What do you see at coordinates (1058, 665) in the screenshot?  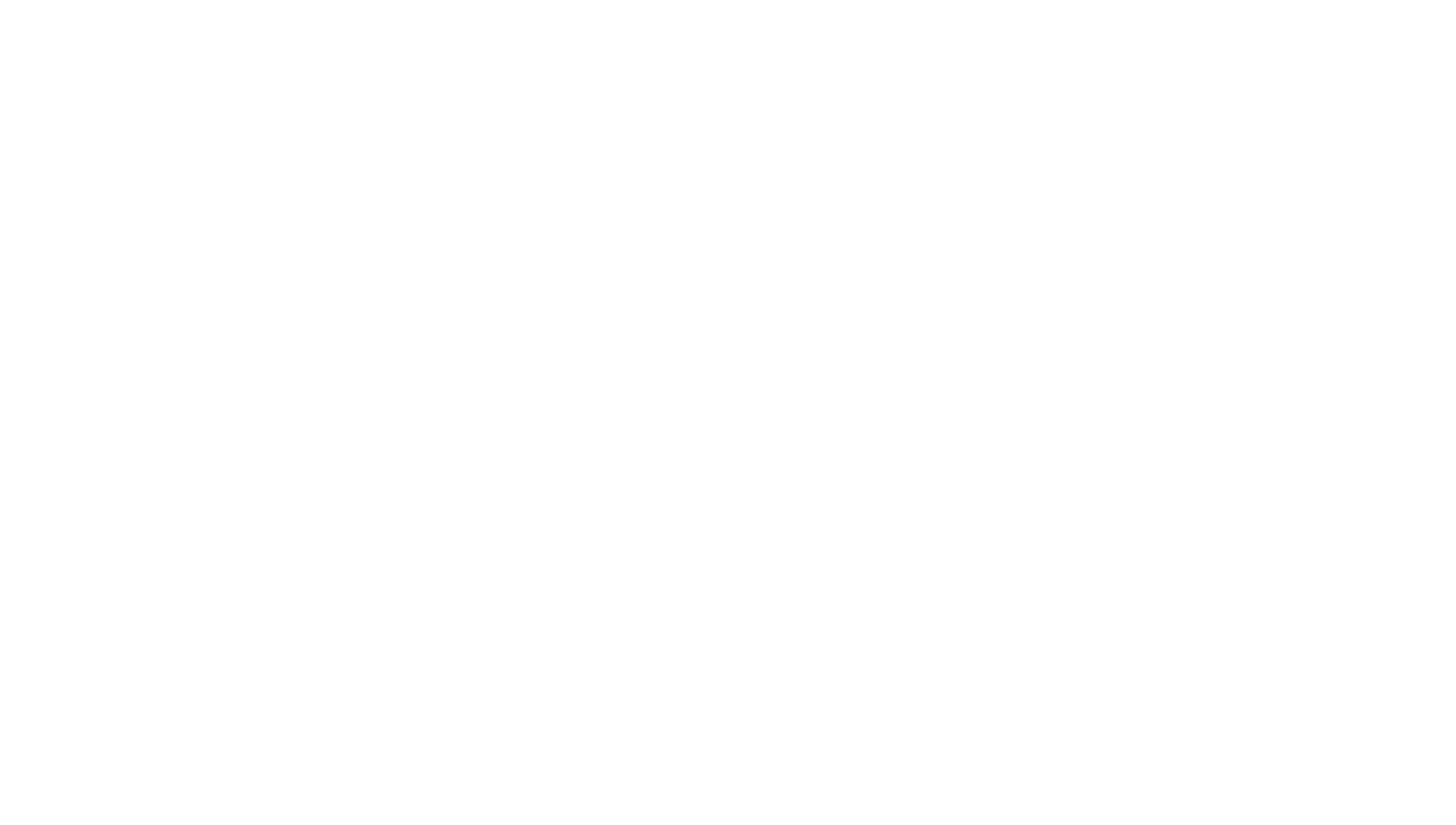 I see `'RSS'` at bounding box center [1058, 665].